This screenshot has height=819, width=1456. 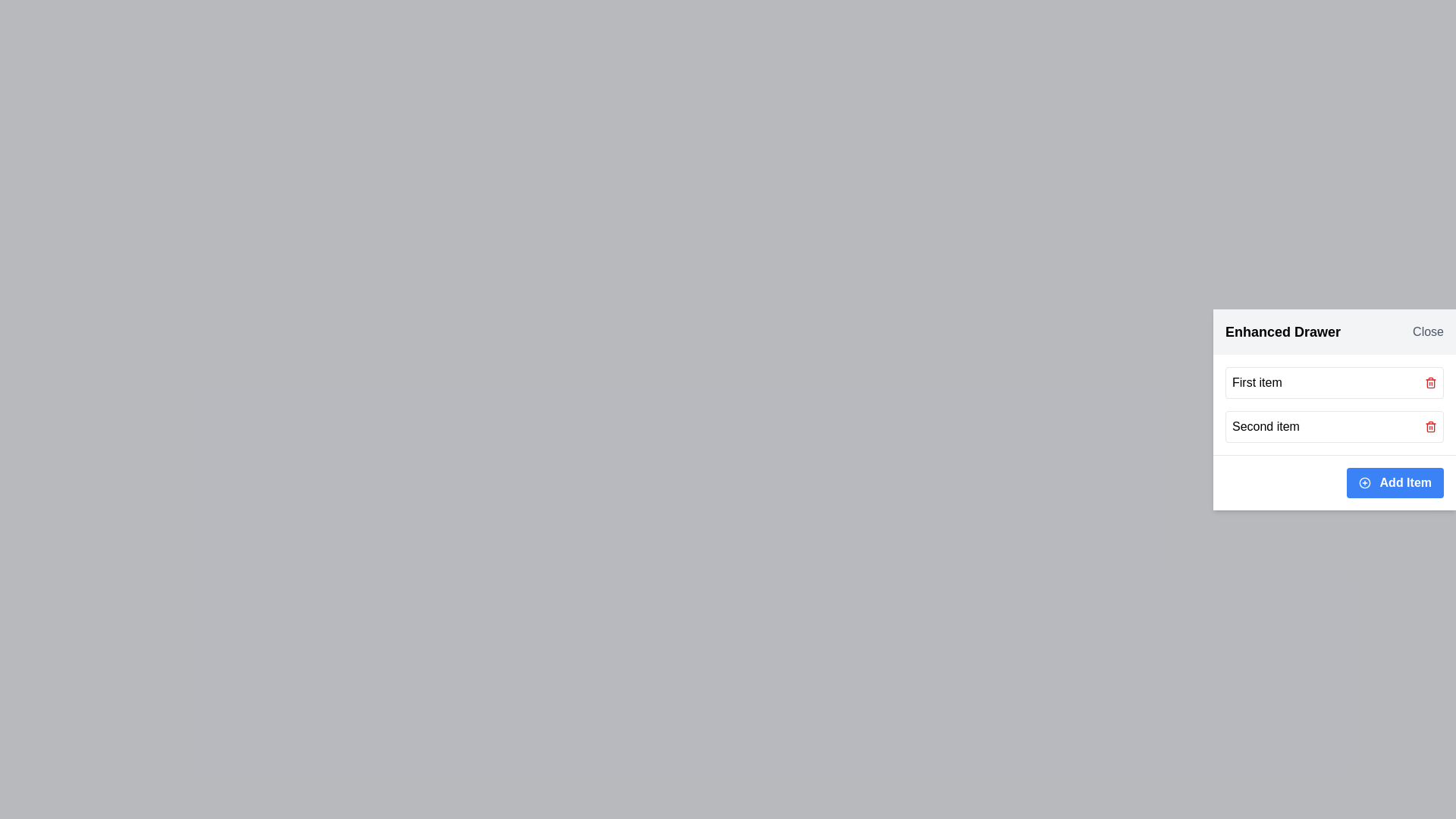 I want to click on the red trashcan icon delete button for the 'Second item' entry, so click(x=1429, y=426).